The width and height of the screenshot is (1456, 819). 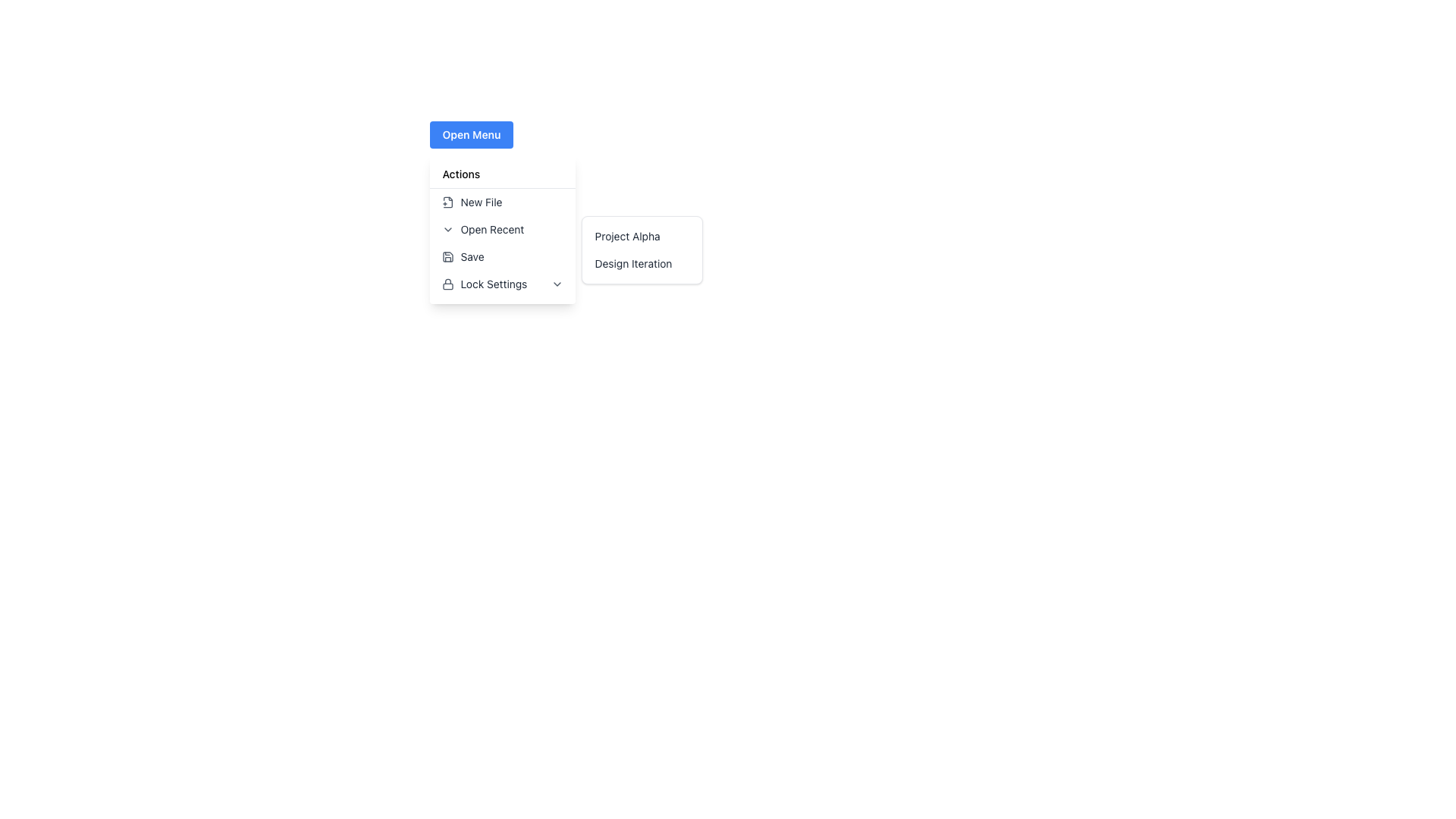 I want to click on the 'Lock Settings' menu item, which features a lock icon on the left and a downward-facing chevron on the right, so click(x=503, y=284).